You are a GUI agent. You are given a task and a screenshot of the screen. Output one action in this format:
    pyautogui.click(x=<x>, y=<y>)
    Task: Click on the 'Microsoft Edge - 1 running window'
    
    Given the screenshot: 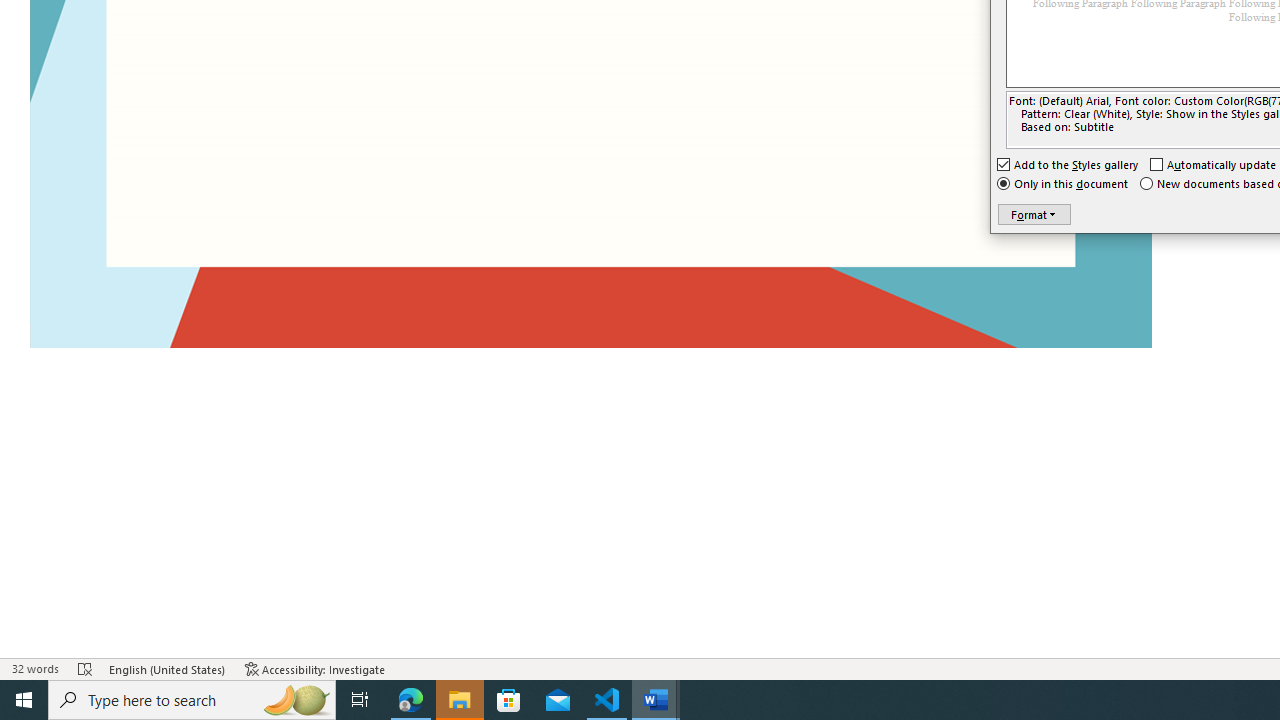 What is the action you would take?
    pyautogui.click(x=410, y=698)
    